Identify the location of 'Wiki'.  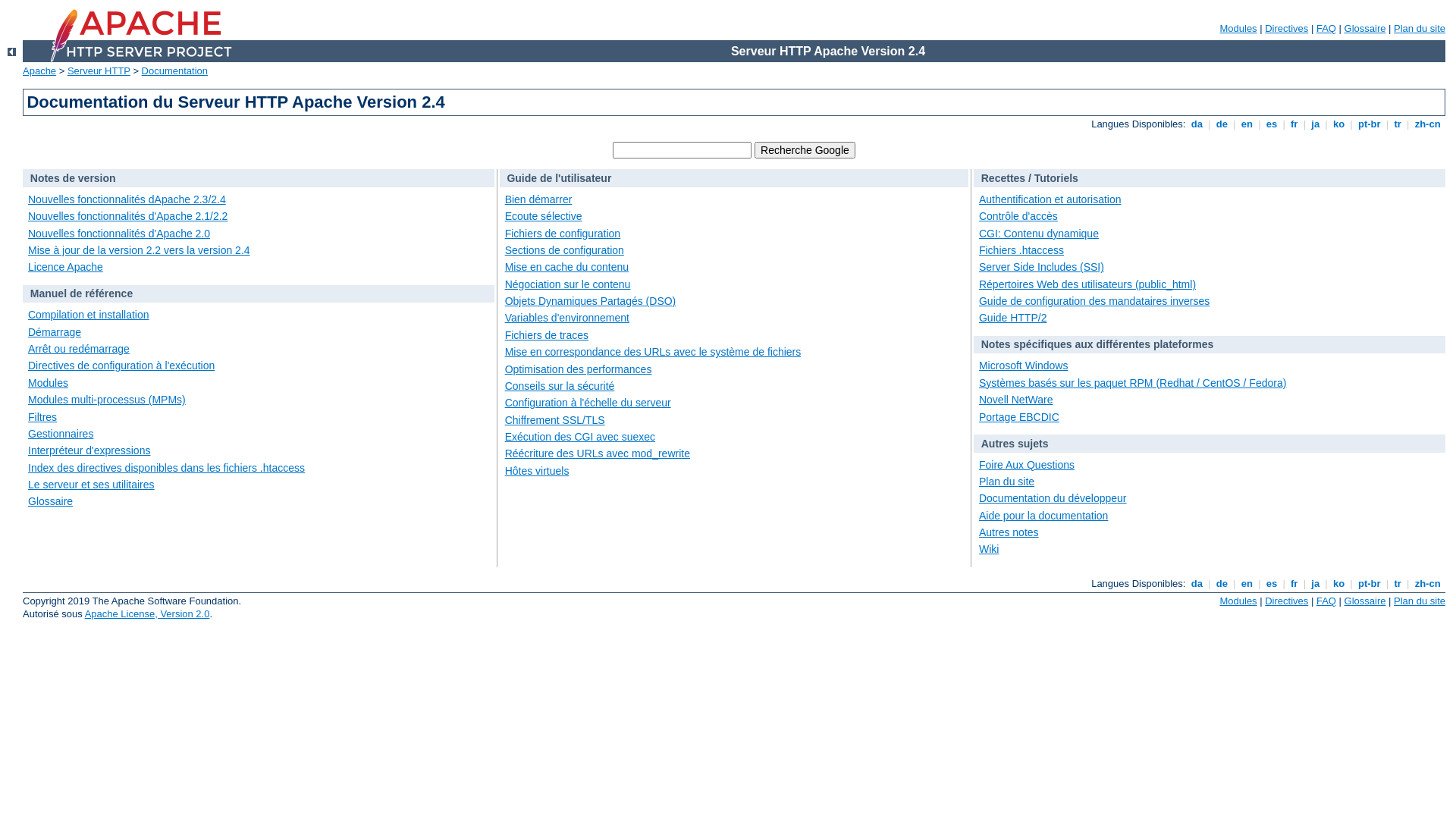
(989, 549).